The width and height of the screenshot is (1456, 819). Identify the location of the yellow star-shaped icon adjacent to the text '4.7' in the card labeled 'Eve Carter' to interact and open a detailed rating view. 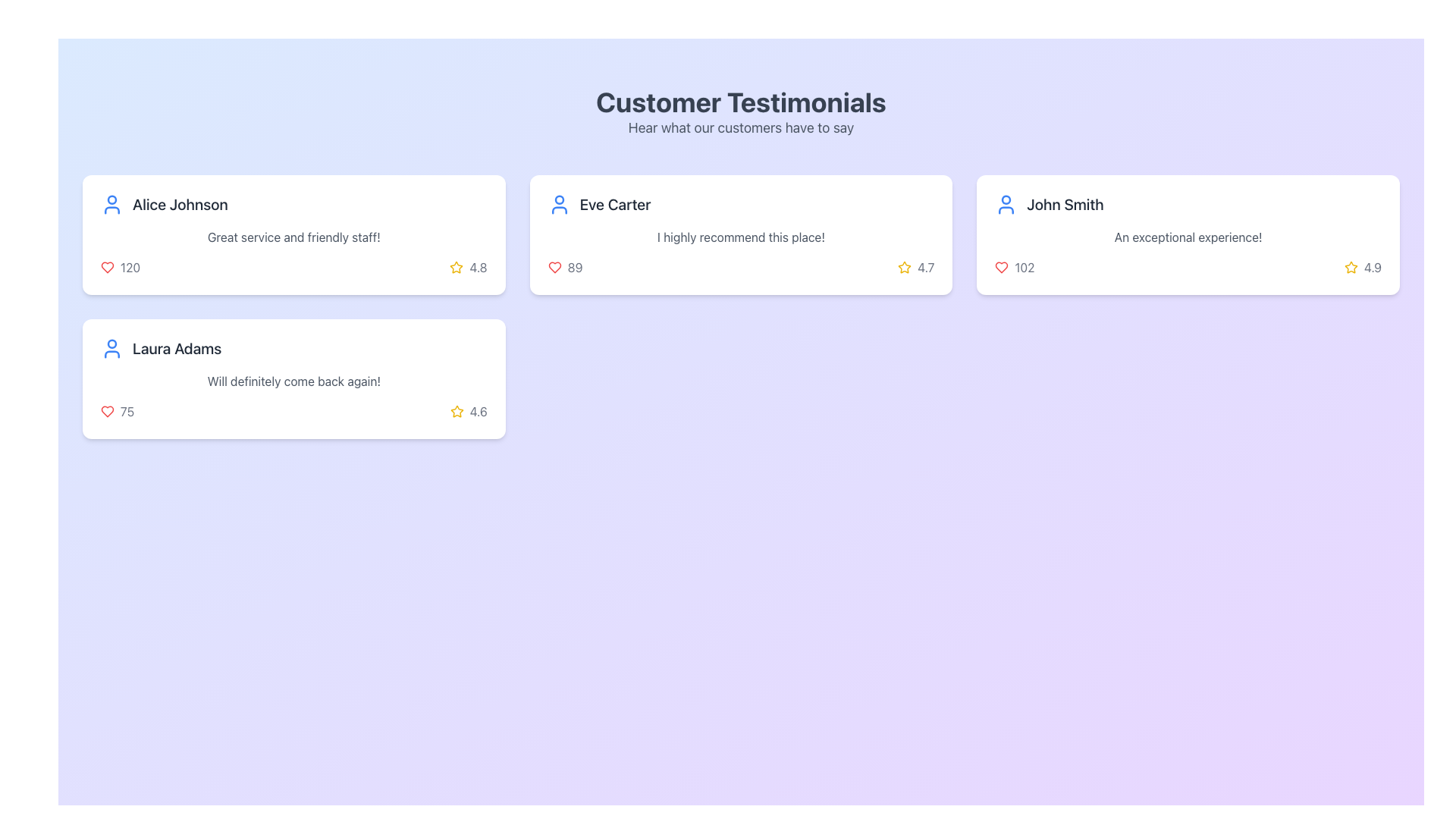
(905, 266).